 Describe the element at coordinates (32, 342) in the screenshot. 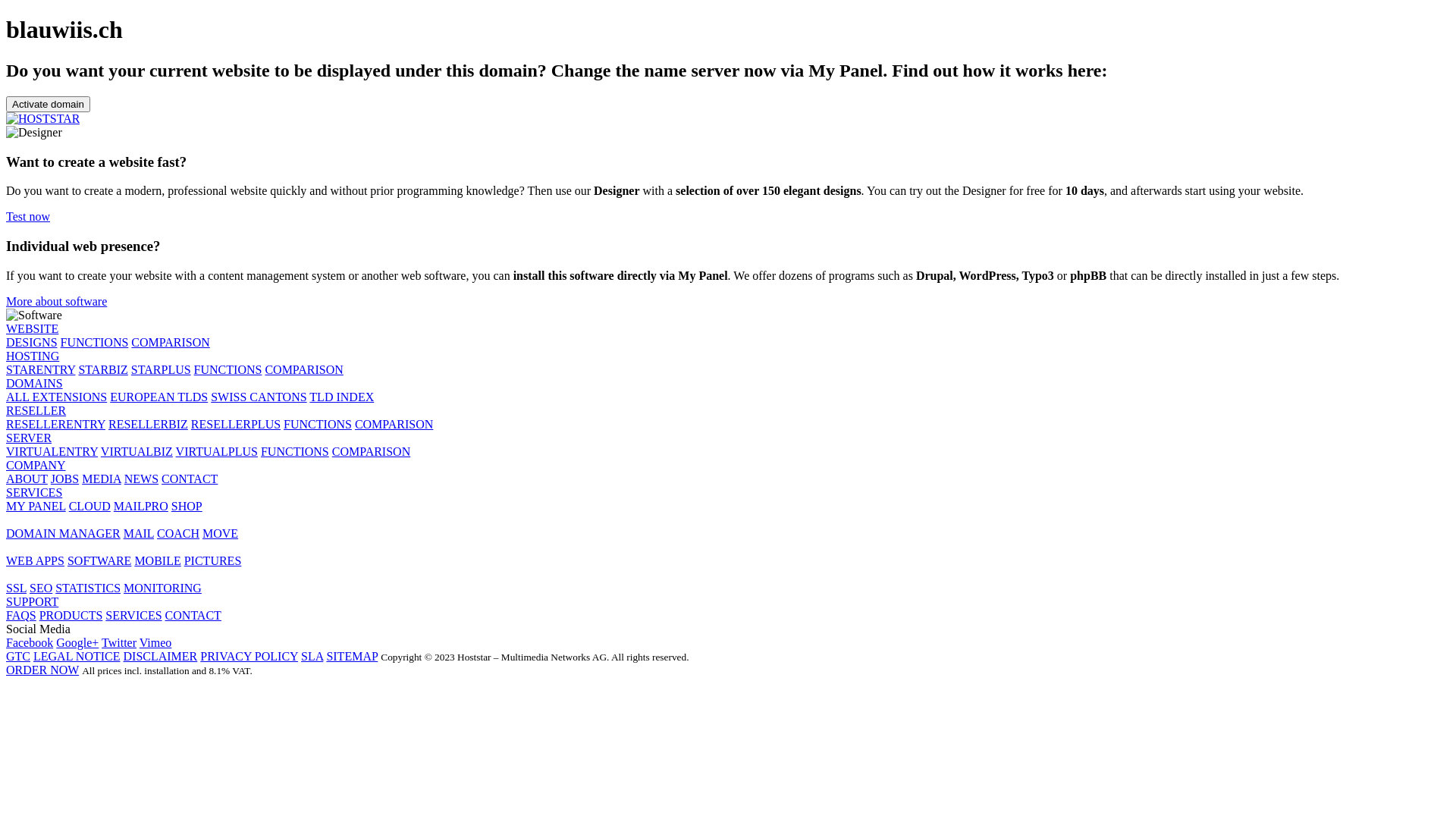

I see `'DESIGNS'` at that location.